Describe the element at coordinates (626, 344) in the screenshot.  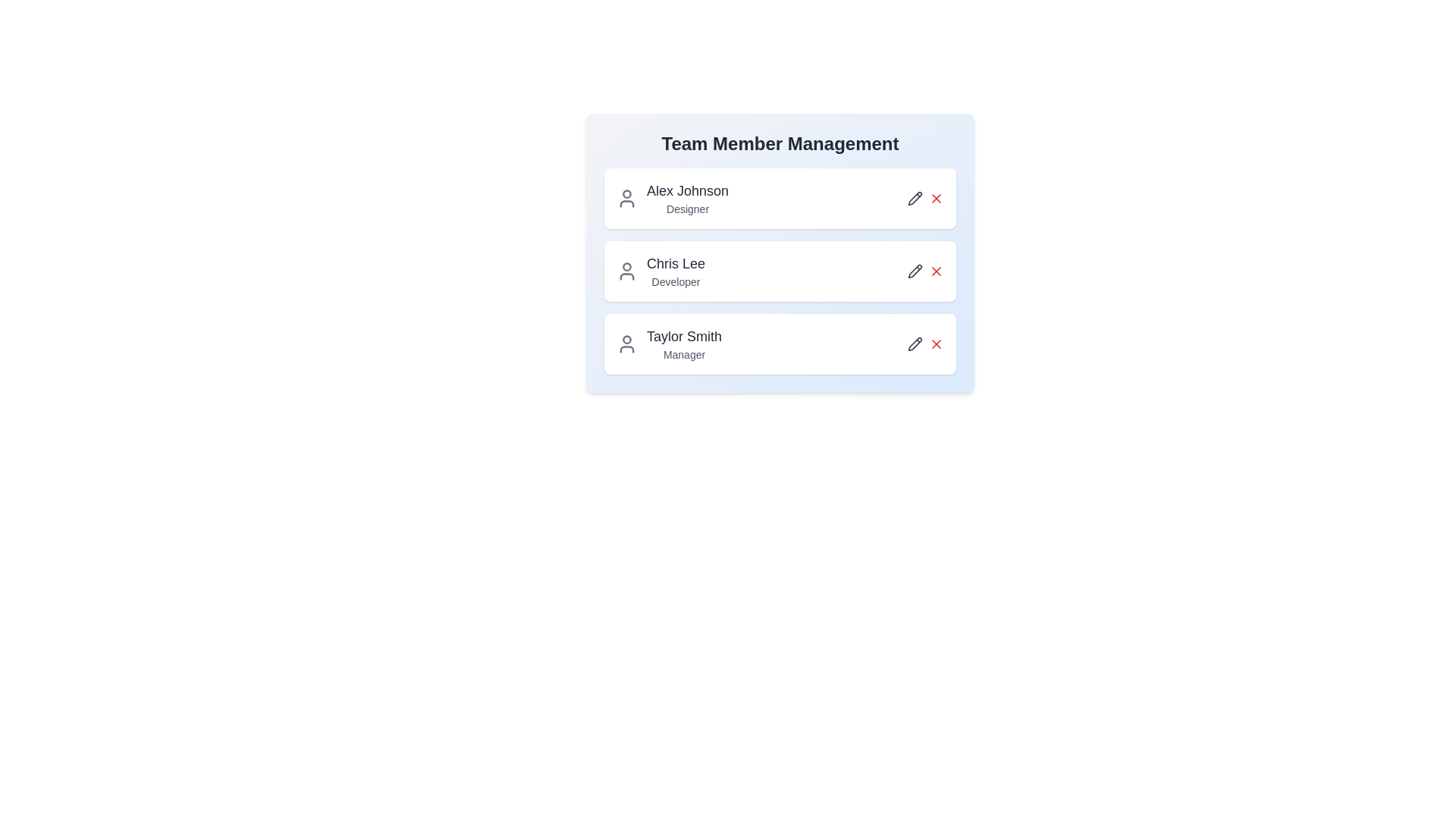
I see `the user icon for Taylor Smith` at that location.